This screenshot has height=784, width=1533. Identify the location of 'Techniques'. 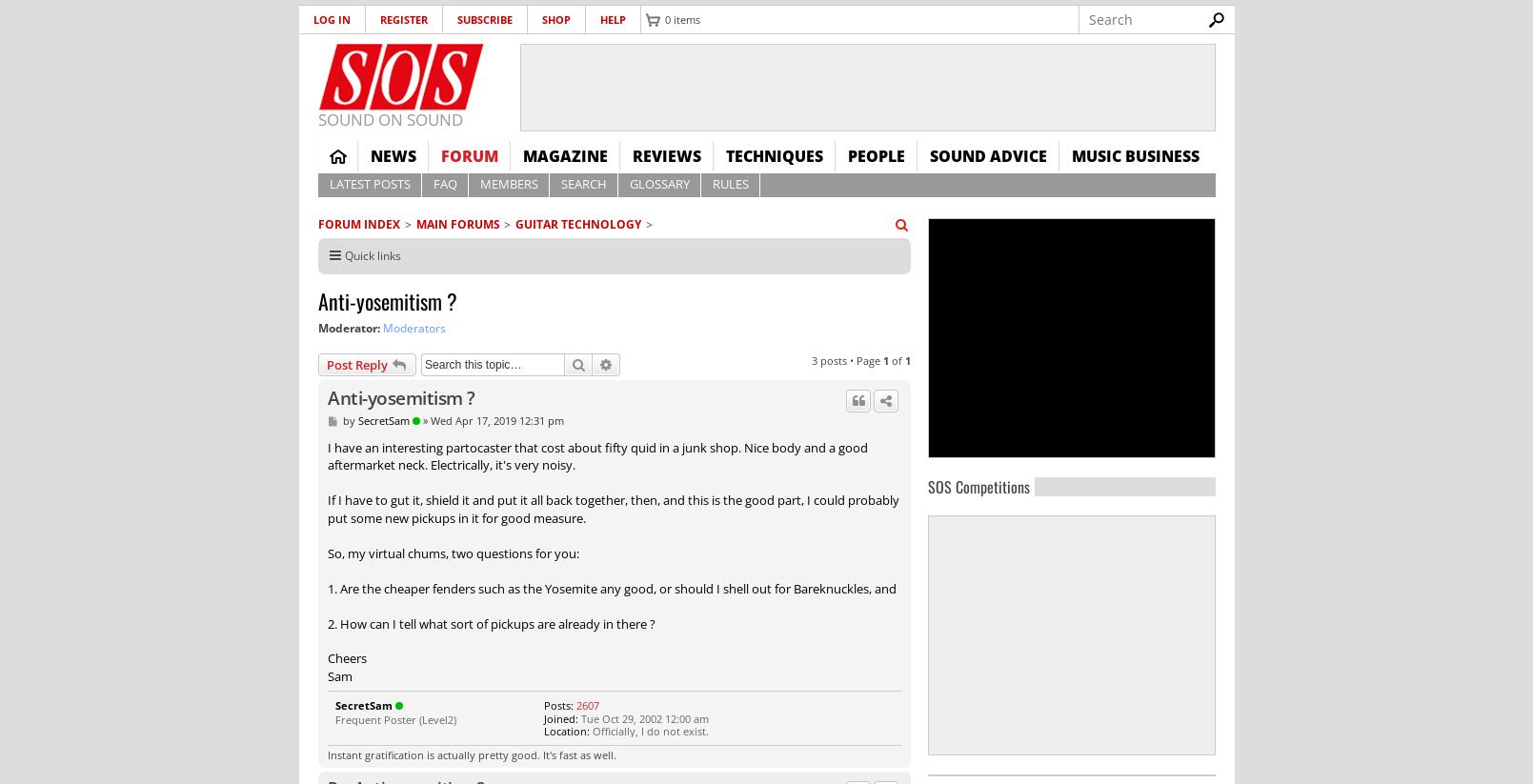
(724, 155).